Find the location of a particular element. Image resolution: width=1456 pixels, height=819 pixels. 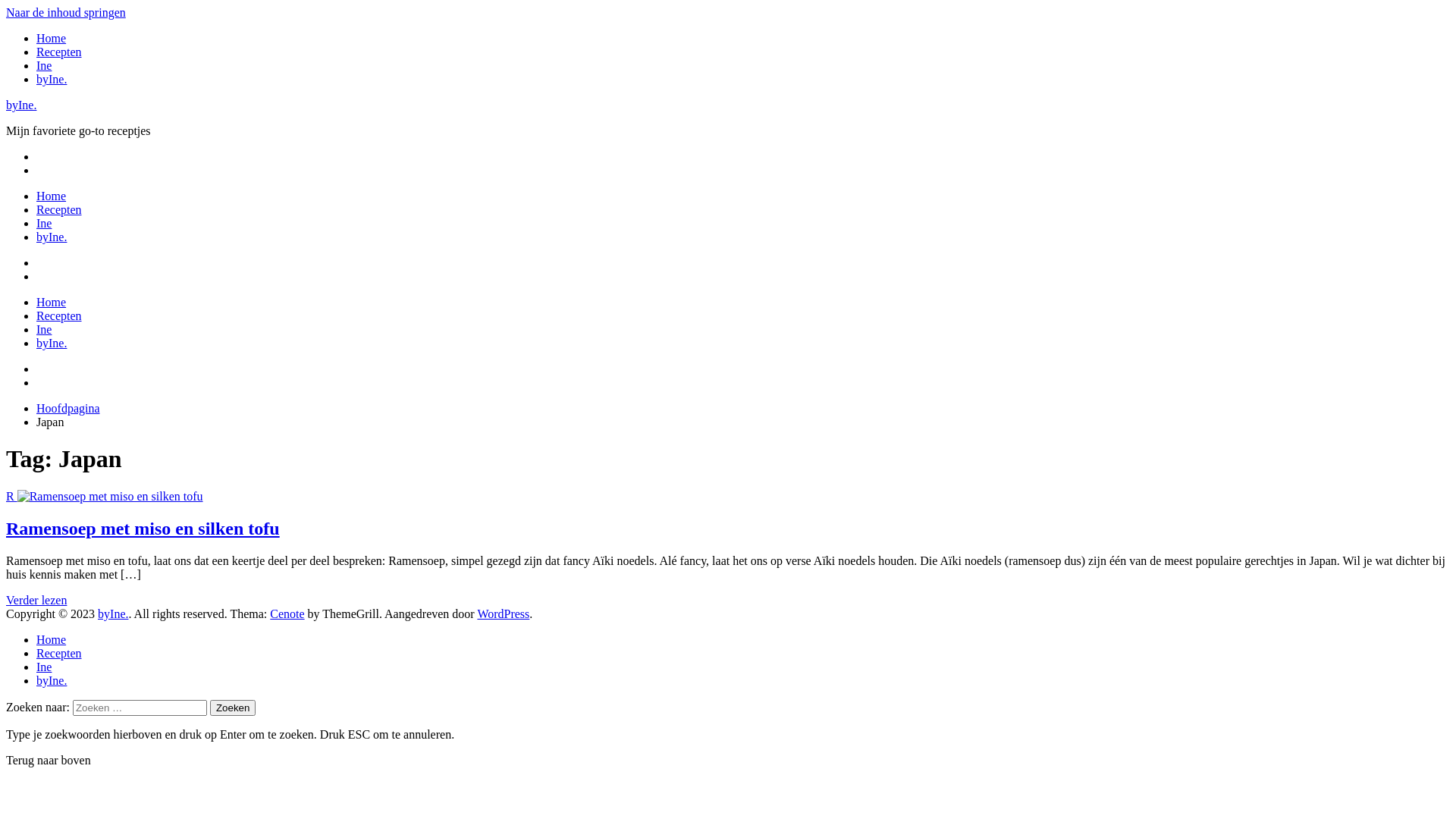

'Home' is located at coordinates (51, 37).